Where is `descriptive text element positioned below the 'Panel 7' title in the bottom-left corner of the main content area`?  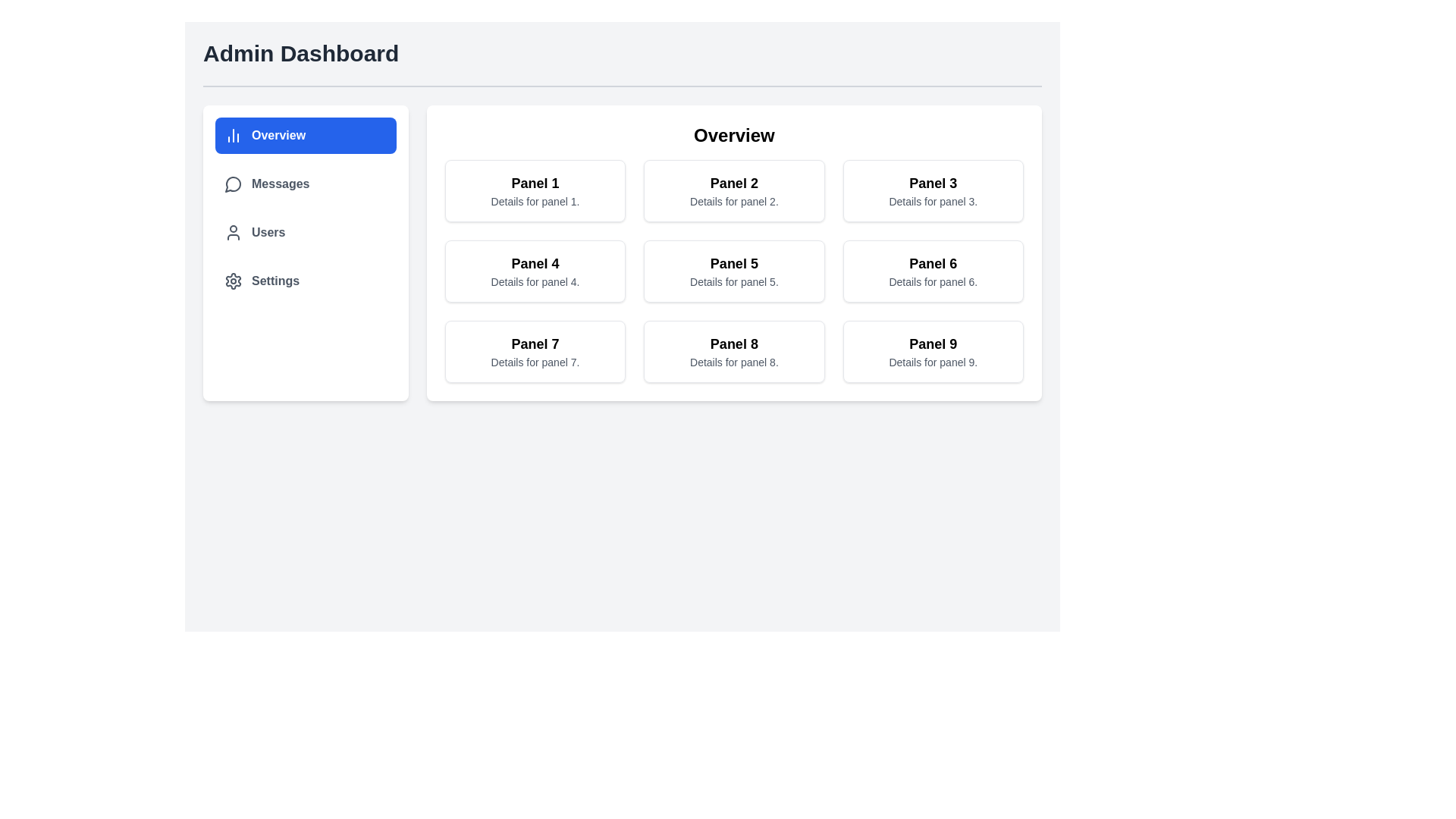 descriptive text element positioned below the 'Panel 7' title in the bottom-left corner of the main content area is located at coordinates (535, 362).